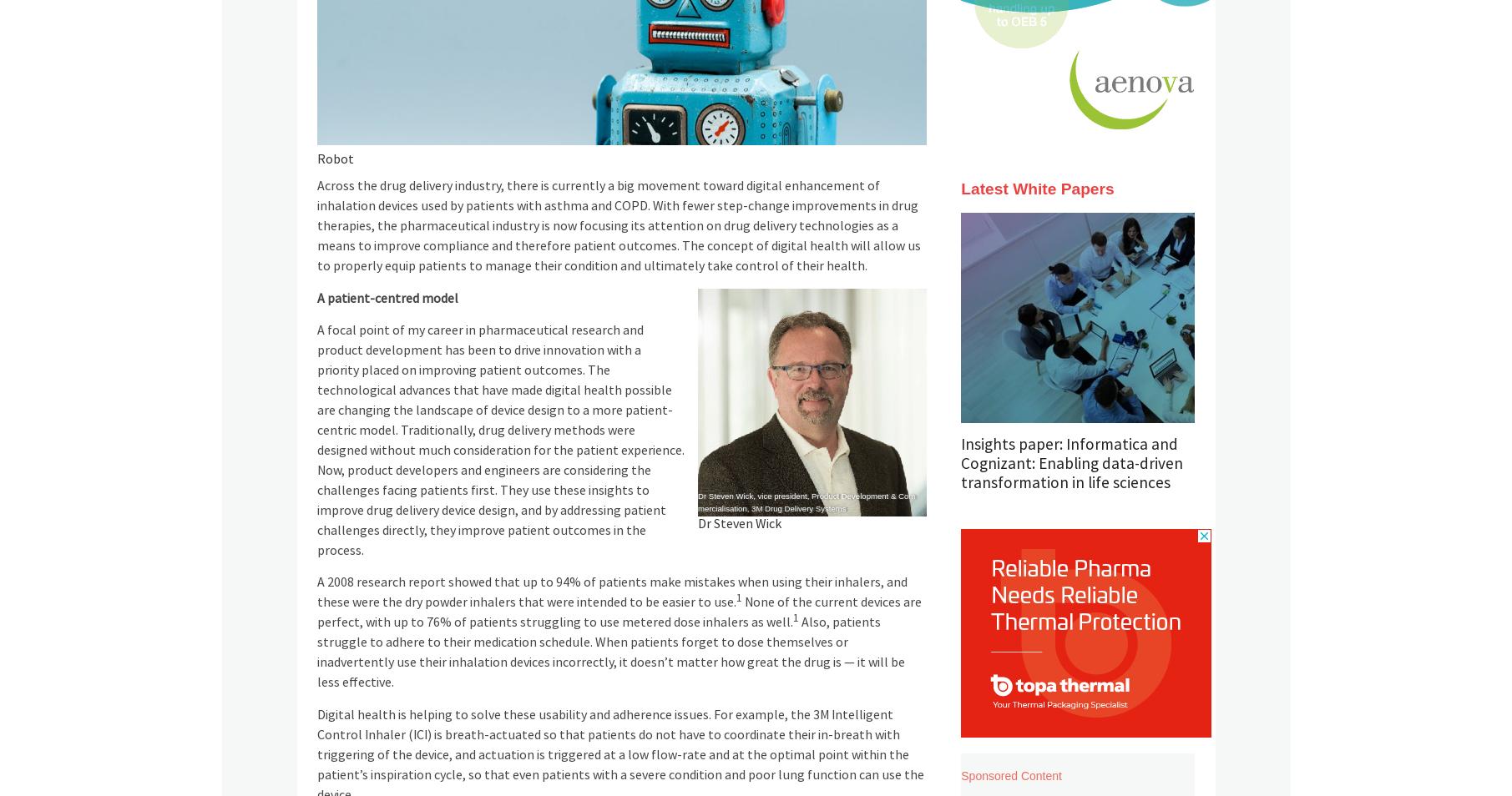  Describe the element at coordinates (316, 612) in the screenshot. I see `'None of the current devices are perfect, with up to 76% of patients struggling to use metered dose inhalers as well.'` at that location.